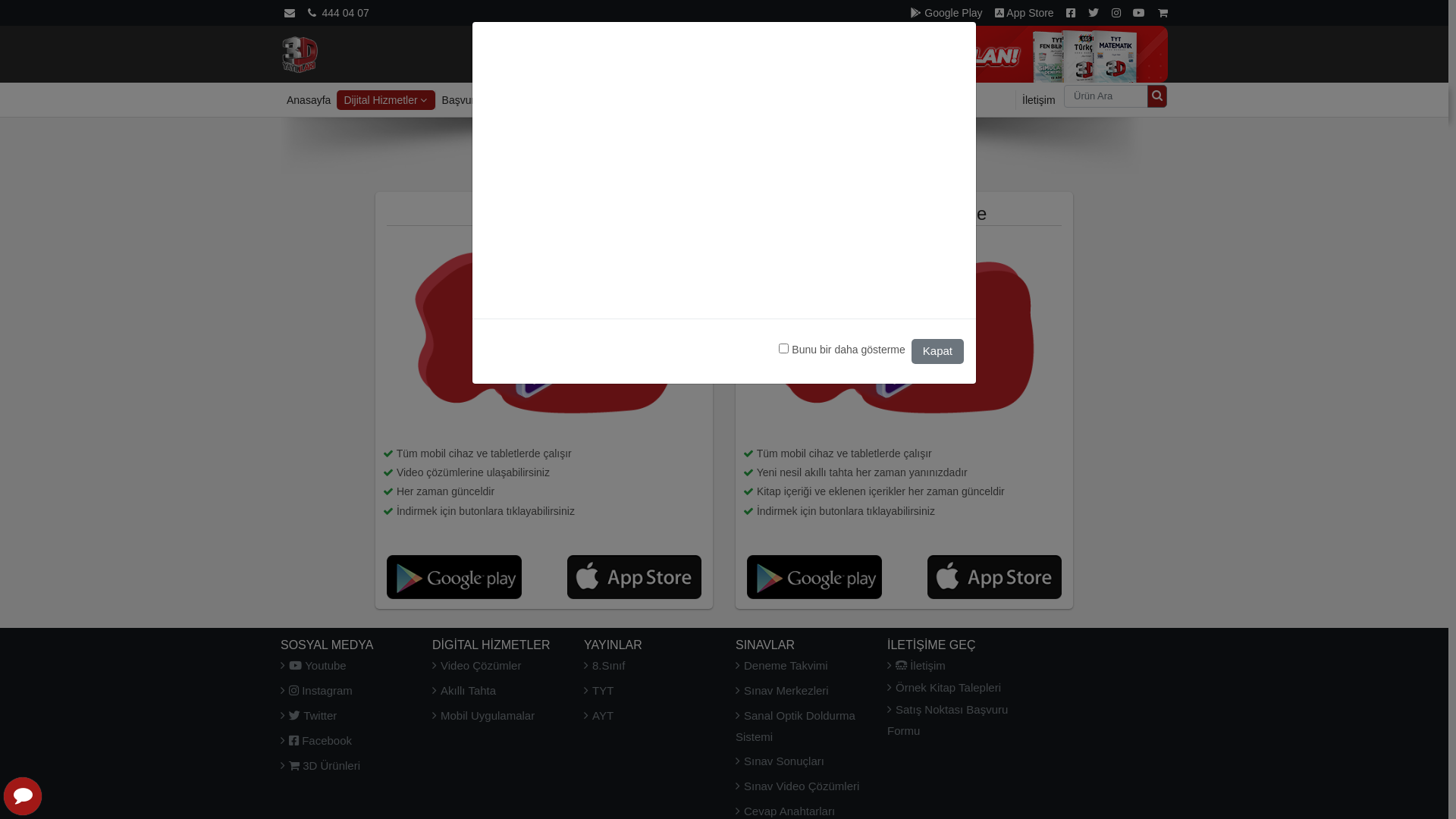 Image resolution: width=1456 pixels, height=819 pixels. Describe the element at coordinates (385, 99) in the screenshot. I see `'Dijital Hizmetler'` at that location.